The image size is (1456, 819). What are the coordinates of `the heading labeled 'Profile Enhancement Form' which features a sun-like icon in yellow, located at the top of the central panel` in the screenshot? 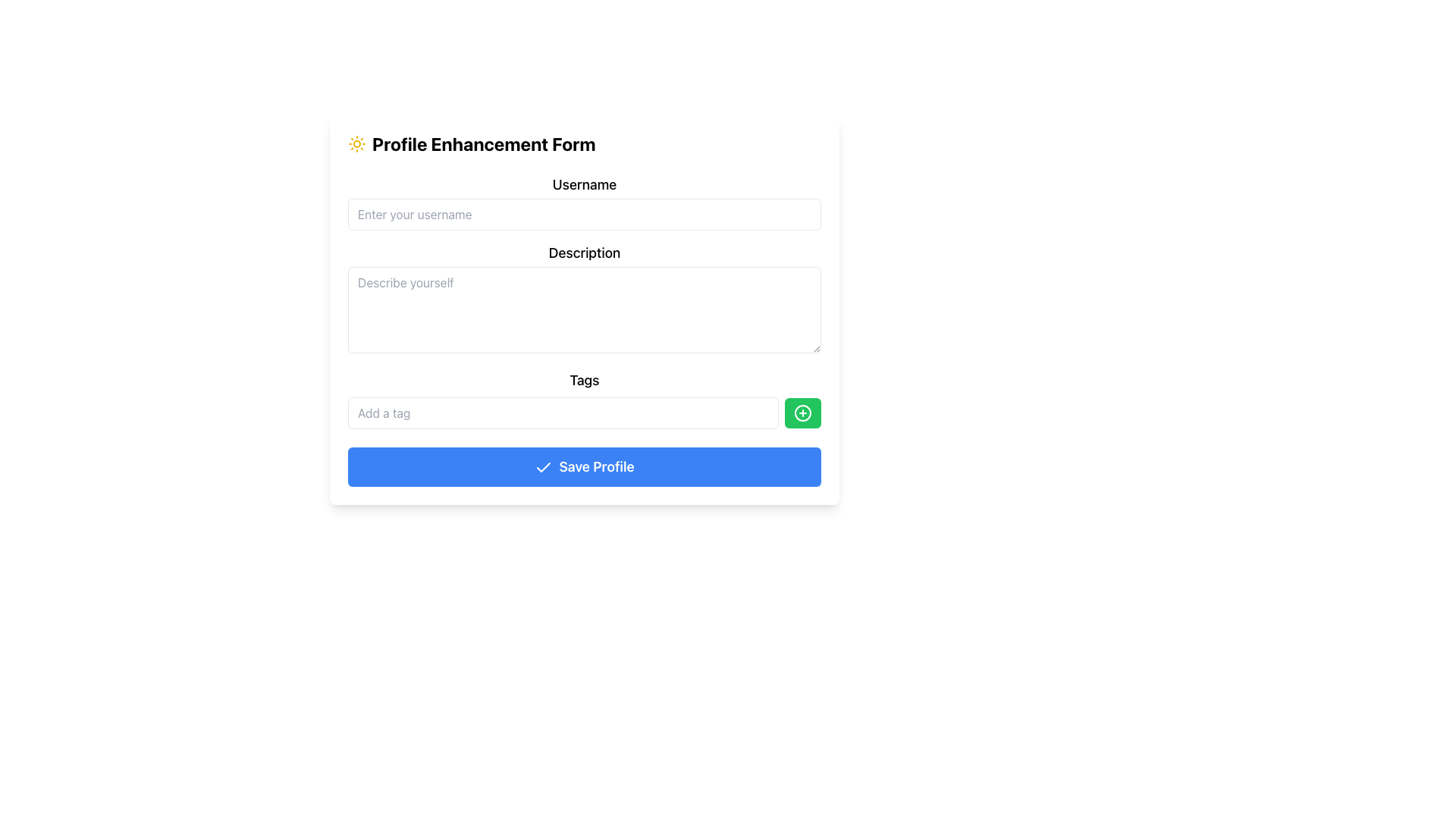 It's located at (584, 143).